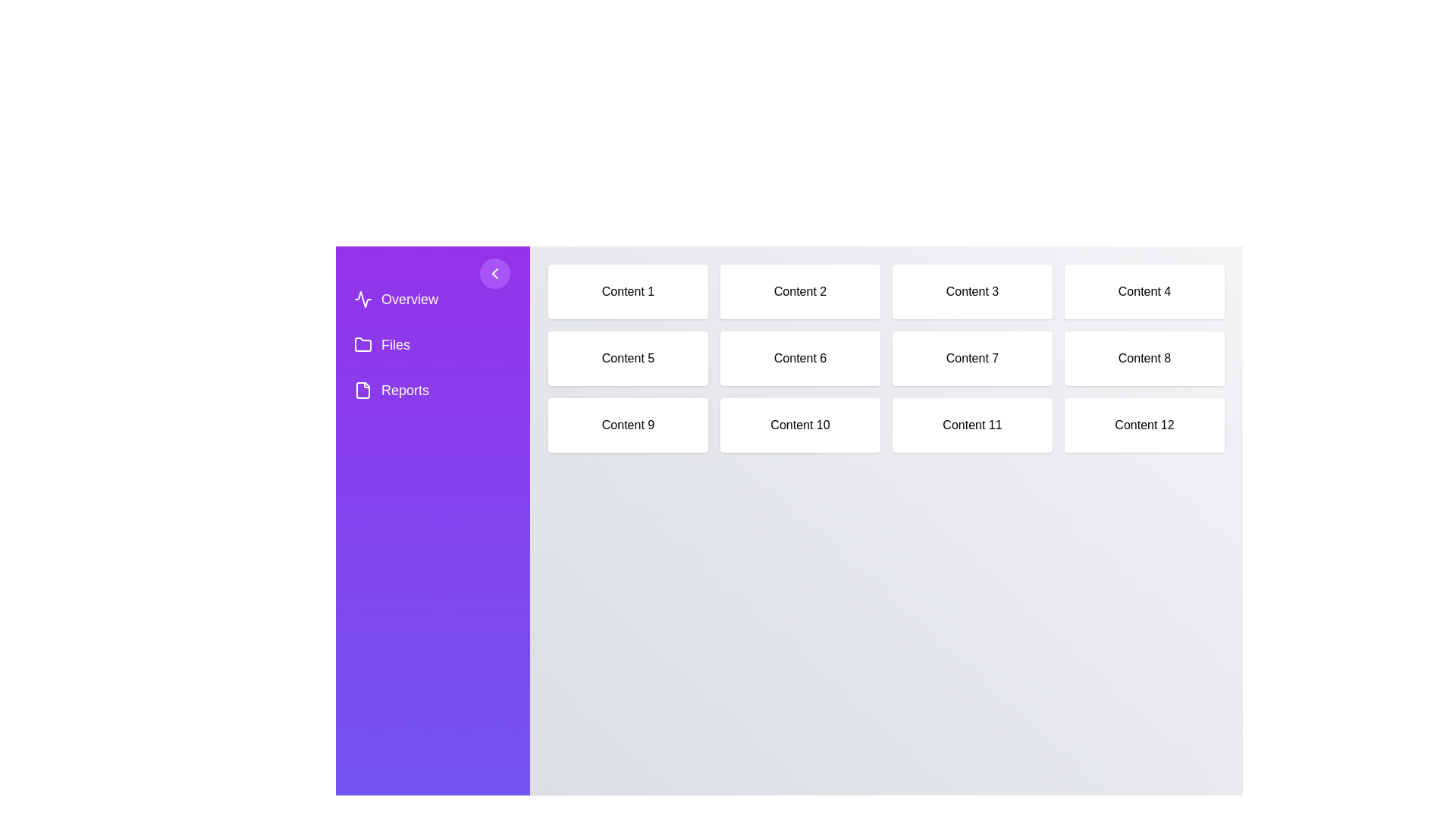  I want to click on toggle button to toggle the sidebar visibility, so click(494, 274).